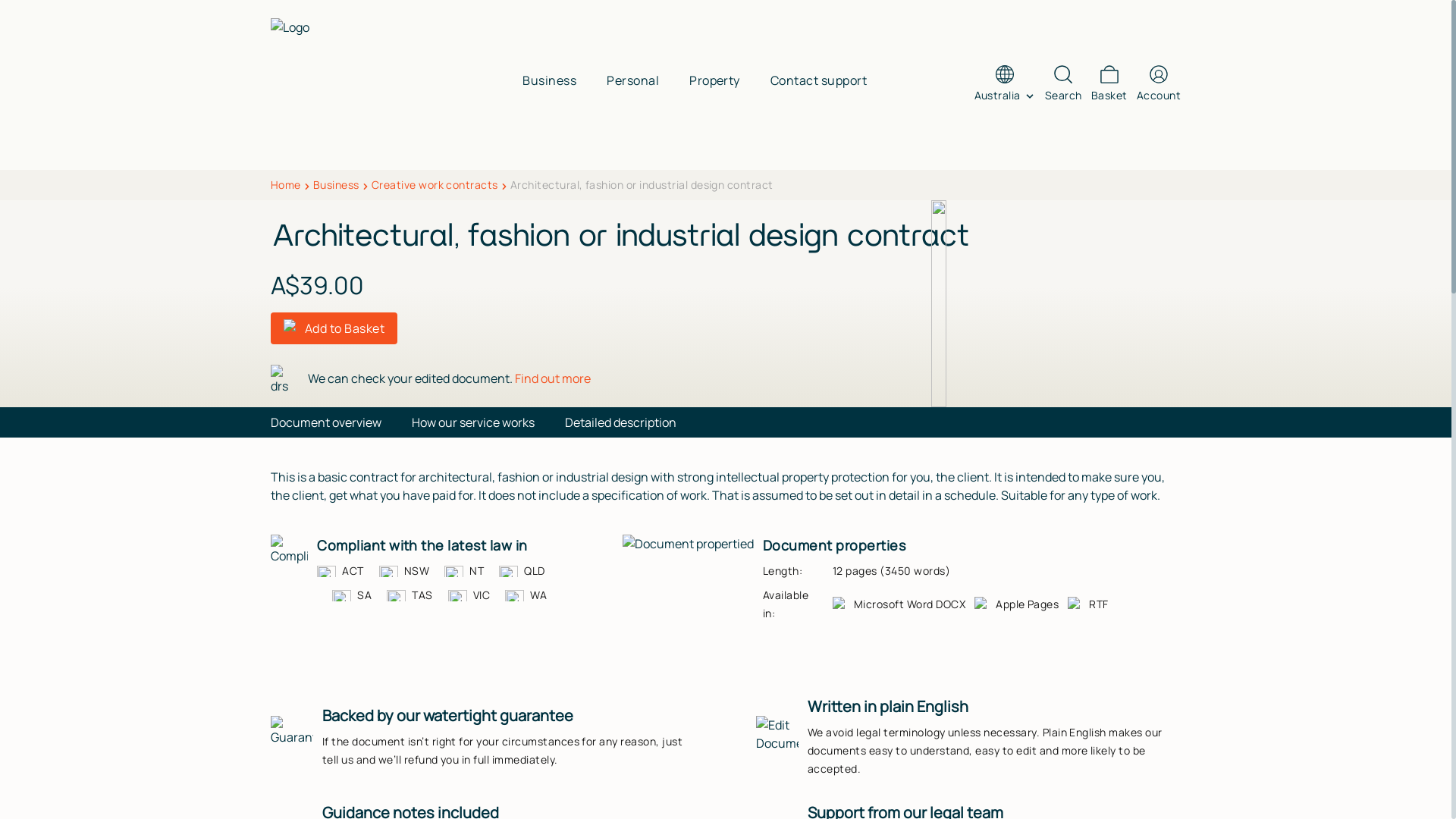 The image size is (1456, 819). Describe the element at coordinates (1005, 96) in the screenshot. I see `'Australia'` at that location.